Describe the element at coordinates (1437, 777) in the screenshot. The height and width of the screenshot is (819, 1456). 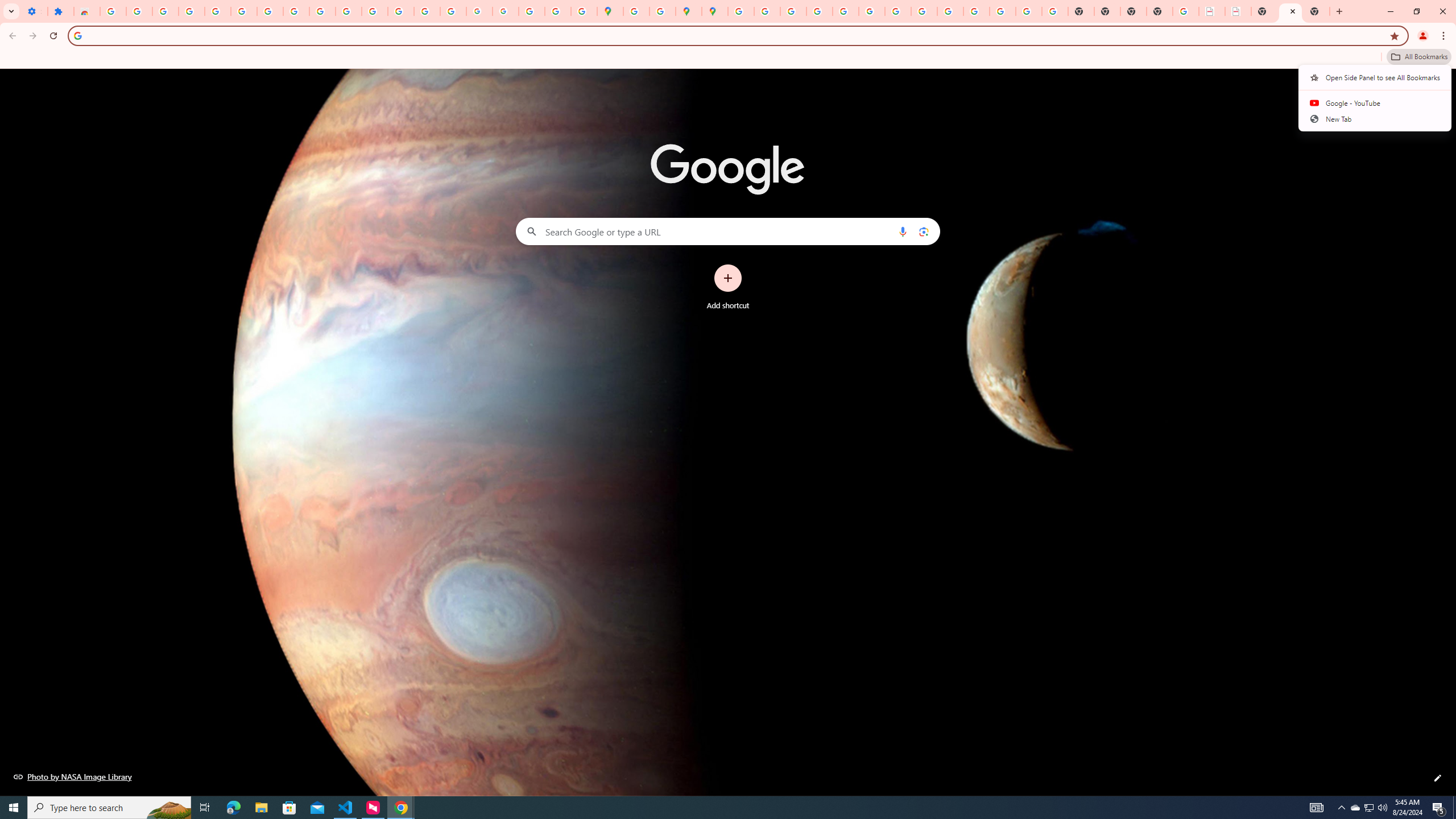
I see `'Customize this page'` at that location.